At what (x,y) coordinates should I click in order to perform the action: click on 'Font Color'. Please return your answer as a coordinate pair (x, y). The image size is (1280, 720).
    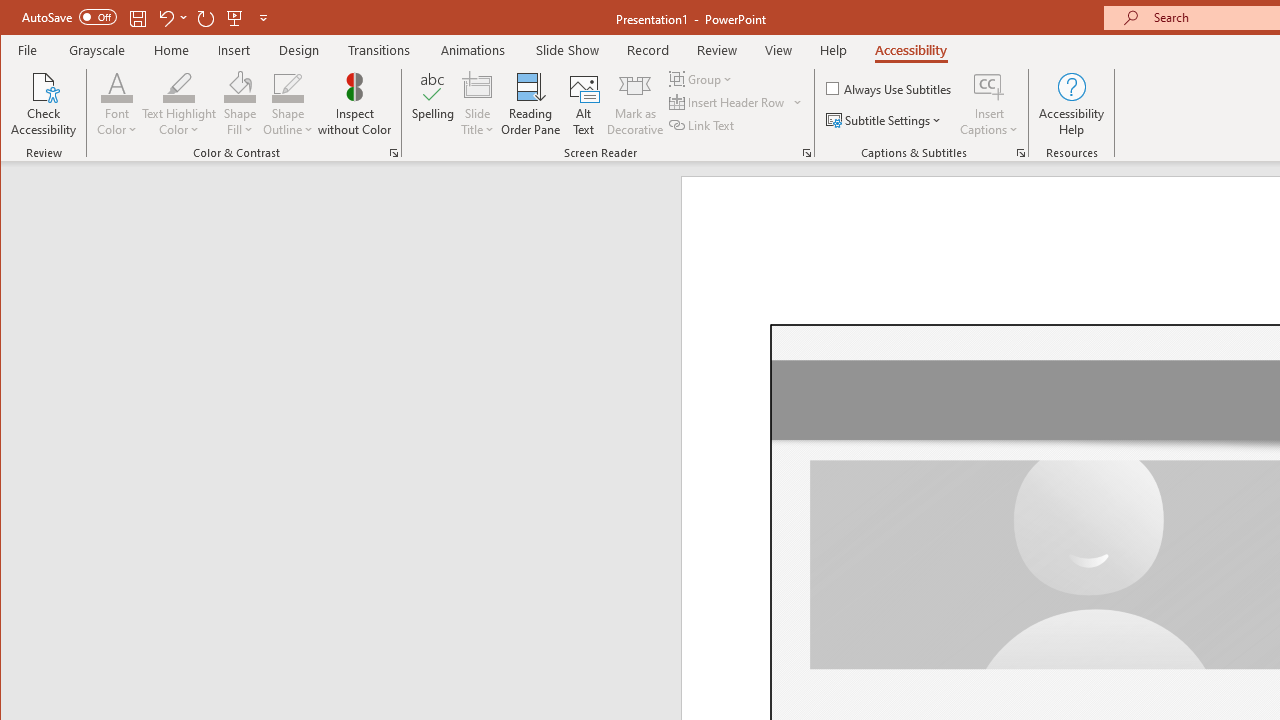
    Looking at the image, I should click on (116, 85).